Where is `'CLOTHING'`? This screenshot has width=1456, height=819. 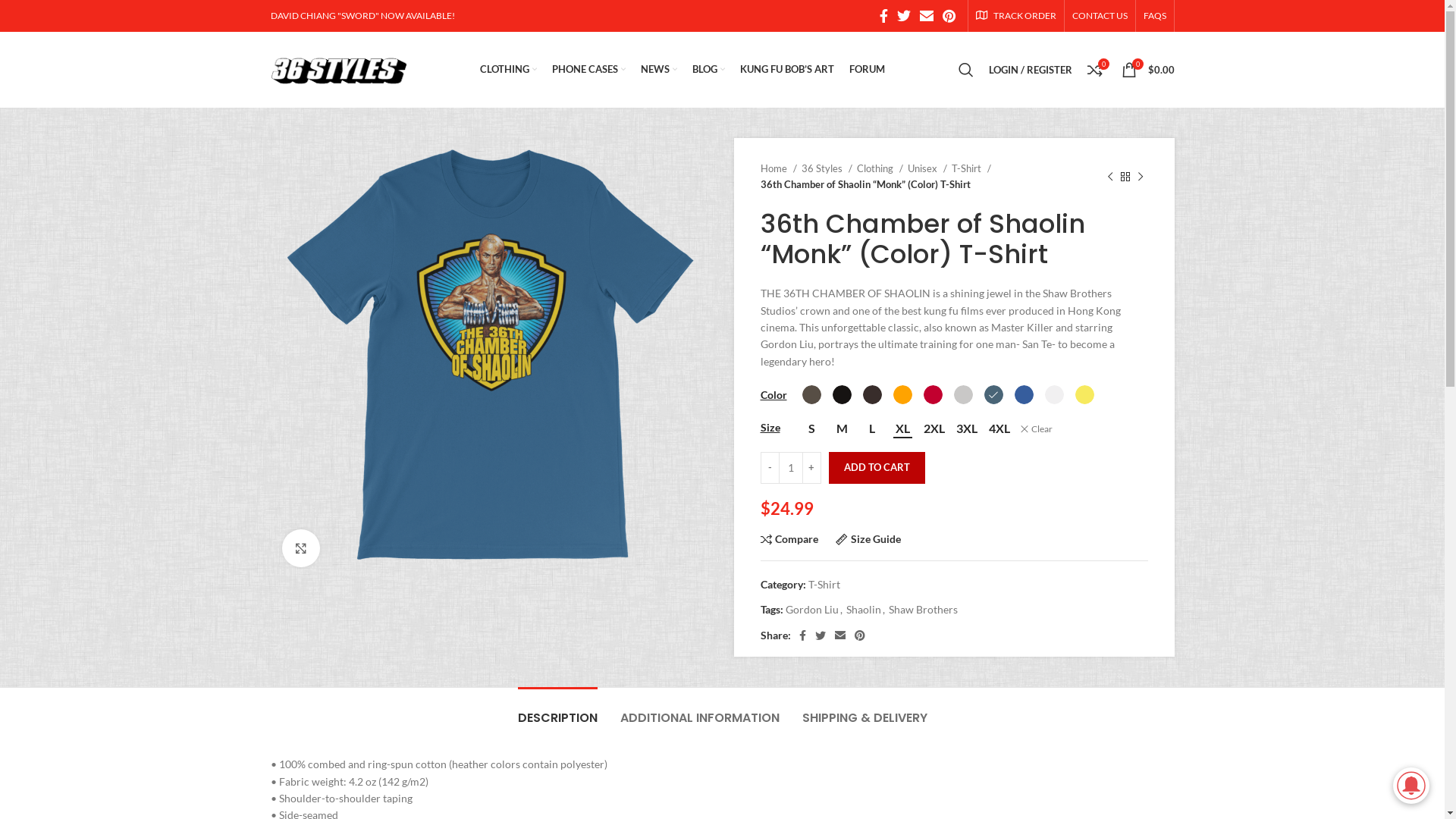 'CLOTHING' is located at coordinates (508, 70).